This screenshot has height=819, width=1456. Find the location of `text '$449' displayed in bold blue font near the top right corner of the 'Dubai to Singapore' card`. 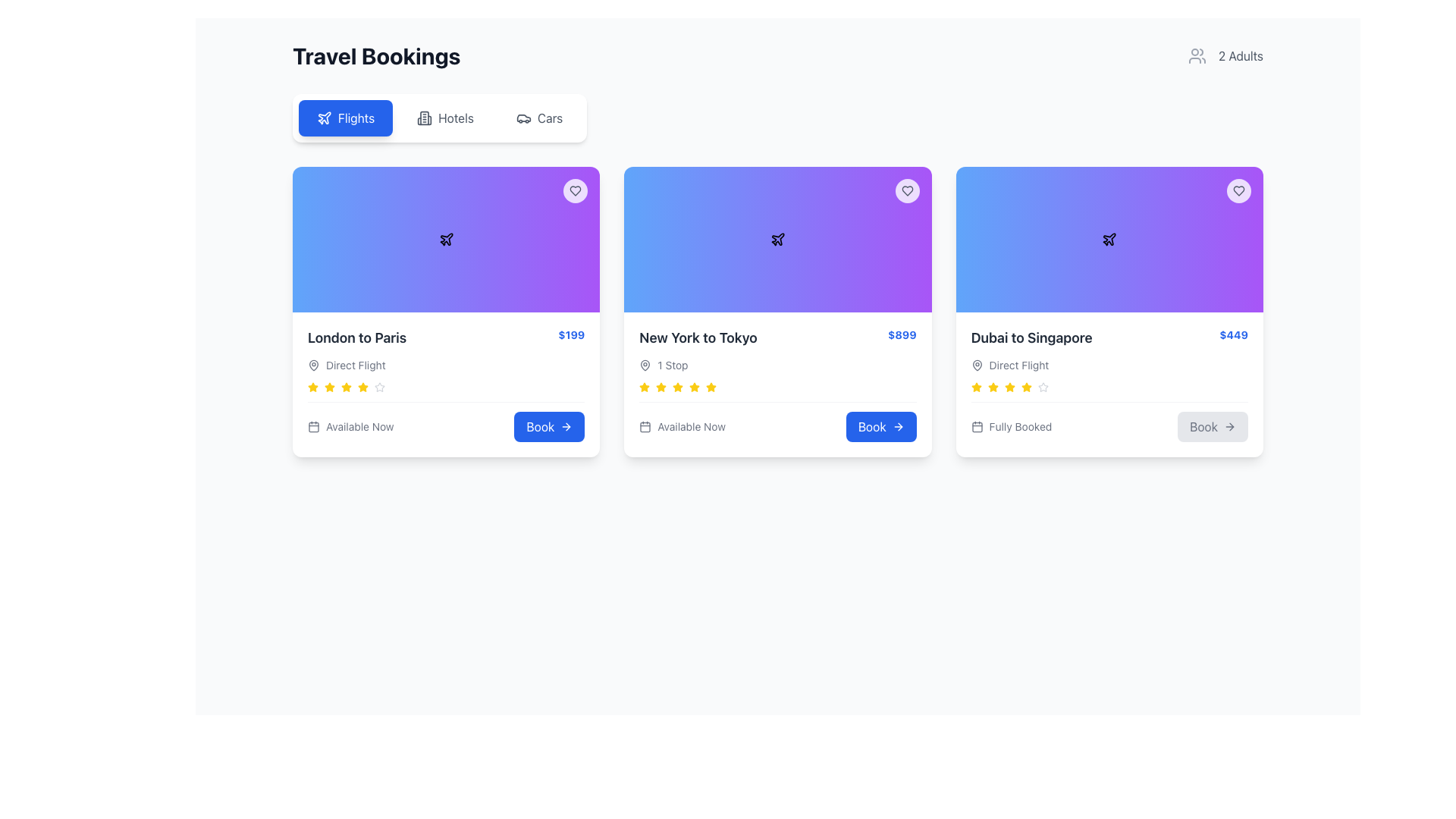

text '$449' displayed in bold blue font near the top right corner of the 'Dubai to Singapore' card is located at coordinates (1234, 334).